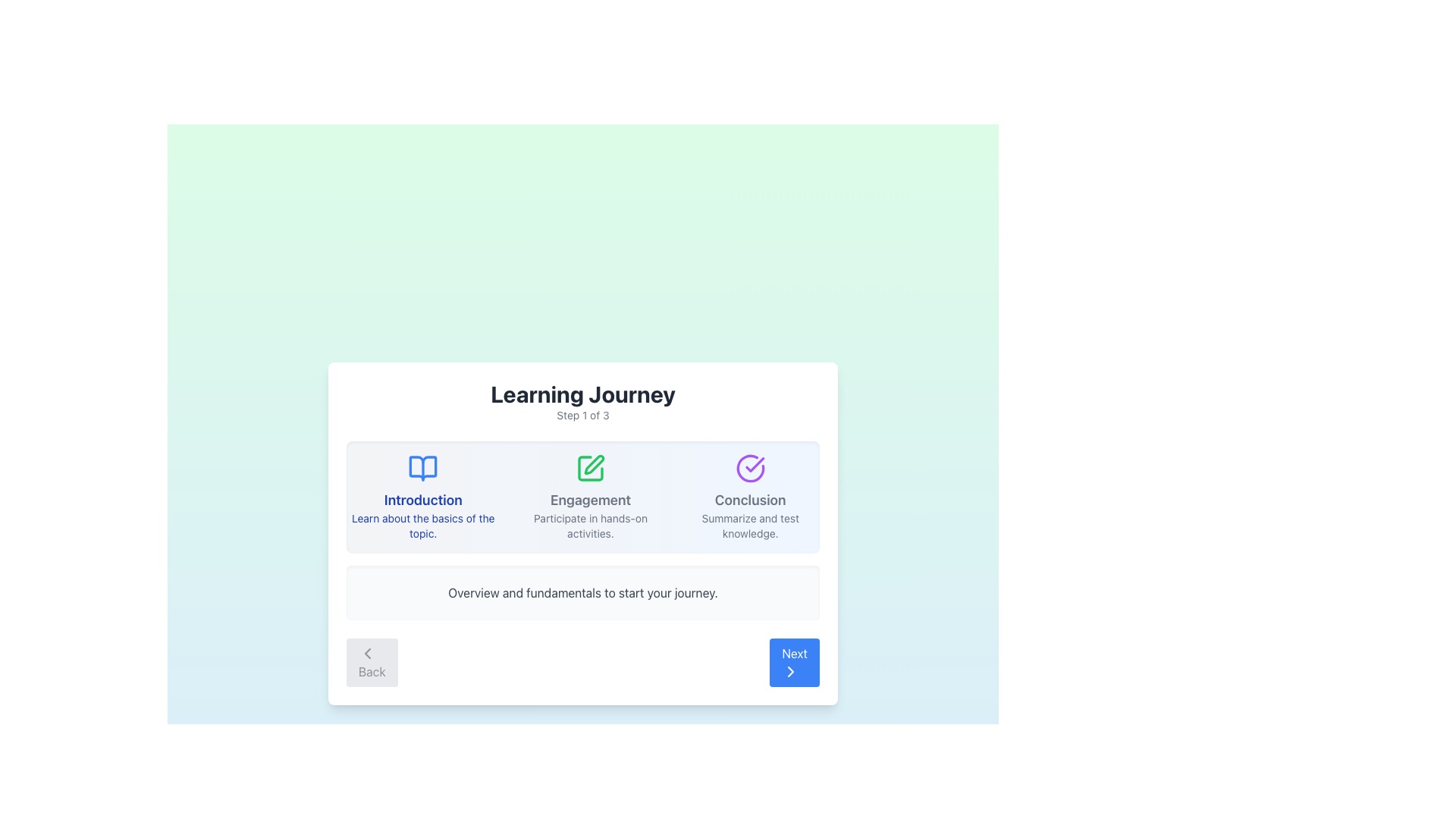  Describe the element at coordinates (588, 497) in the screenshot. I see `the informational card that features a green pen icon and the word 'Engagement' with the subtitle 'Participate in hands-on activities.'` at that location.